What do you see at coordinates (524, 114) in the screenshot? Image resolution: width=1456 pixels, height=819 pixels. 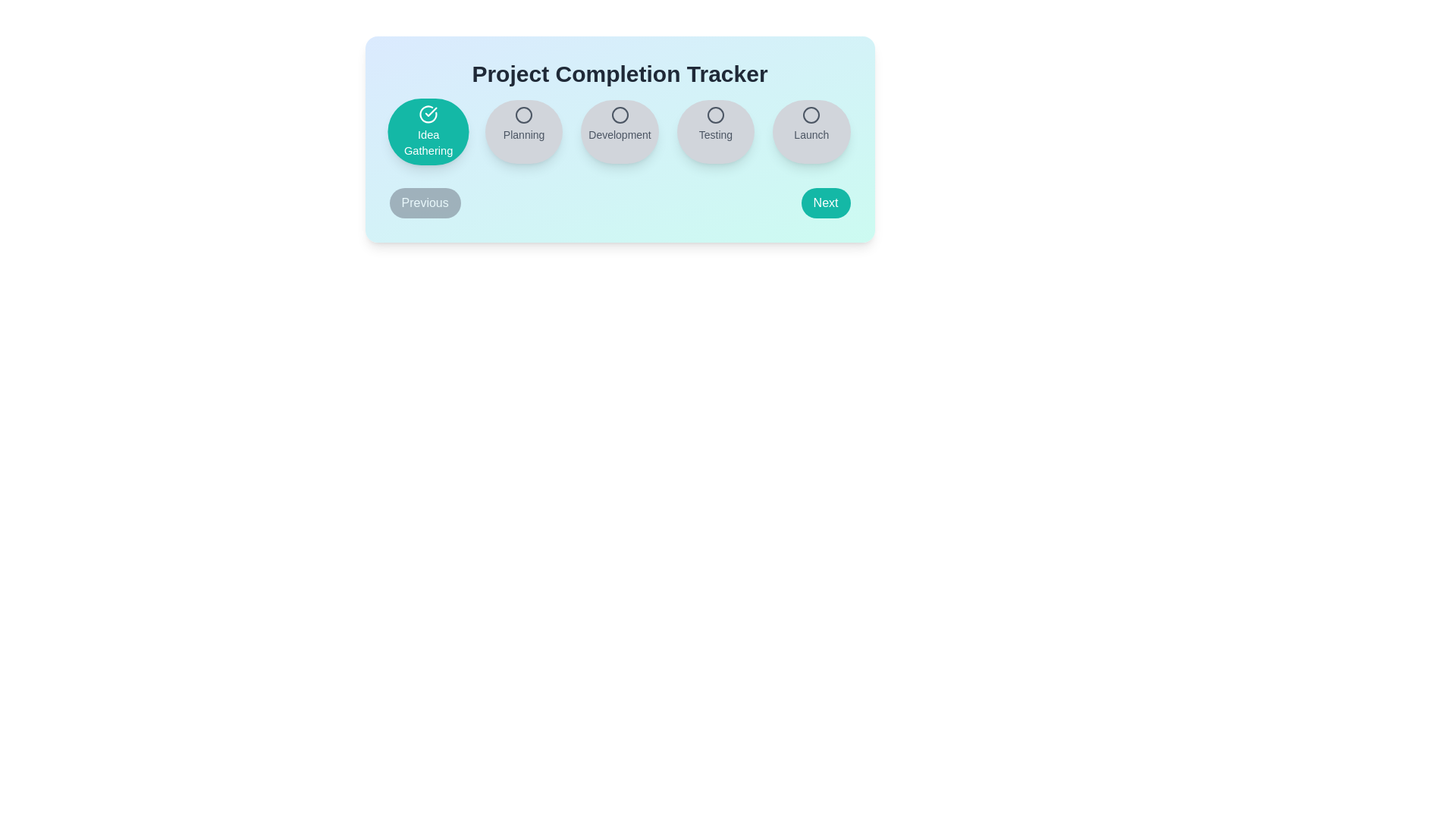 I see `the 'Planning' step icon in the multi-step process tracker, which indicates the current step of the process` at bounding box center [524, 114].